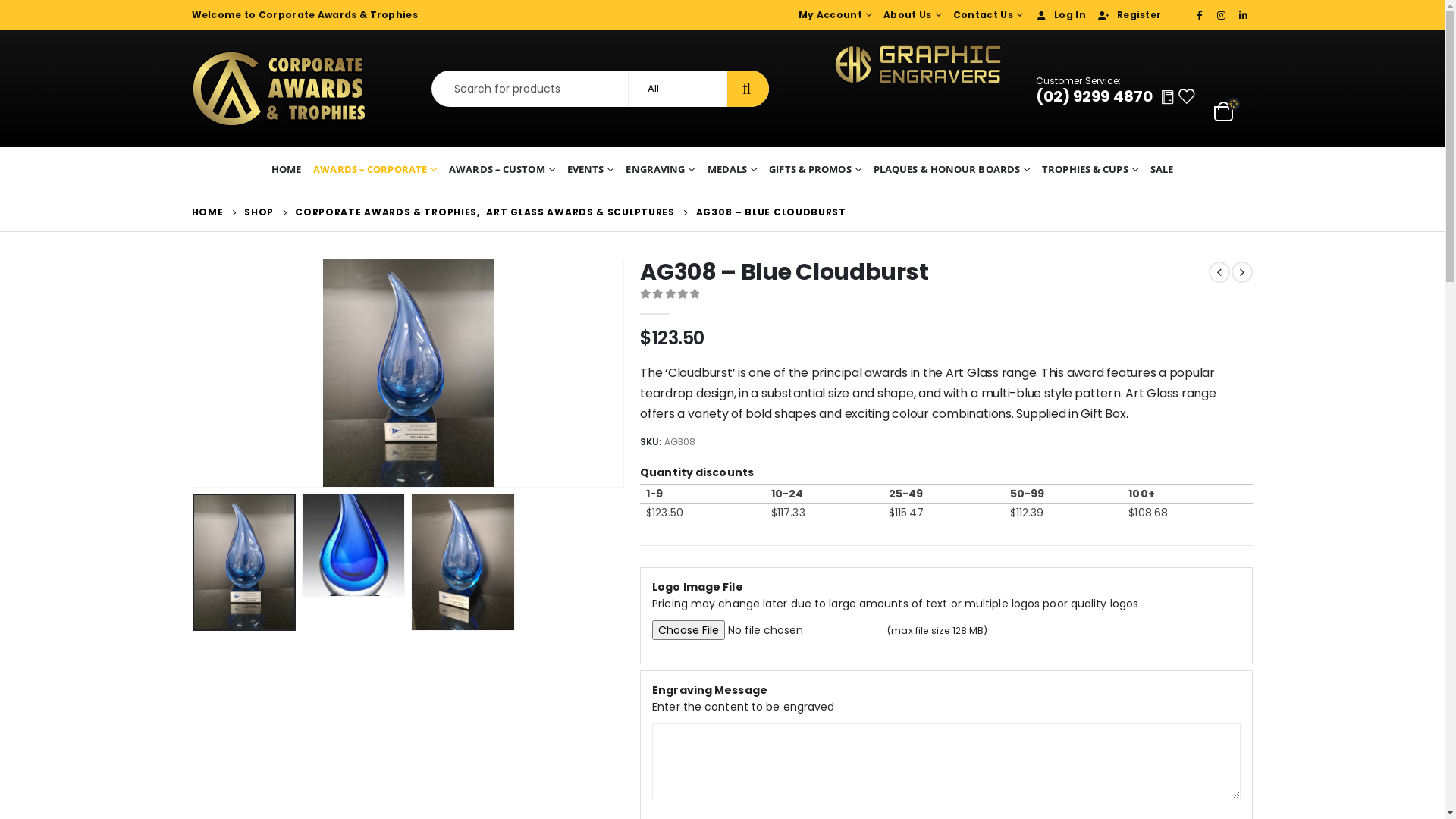  What do you see at coordinates (589, 169) in the screenshot?
I see `'EVENTS'` at bounding box center [589, 169].